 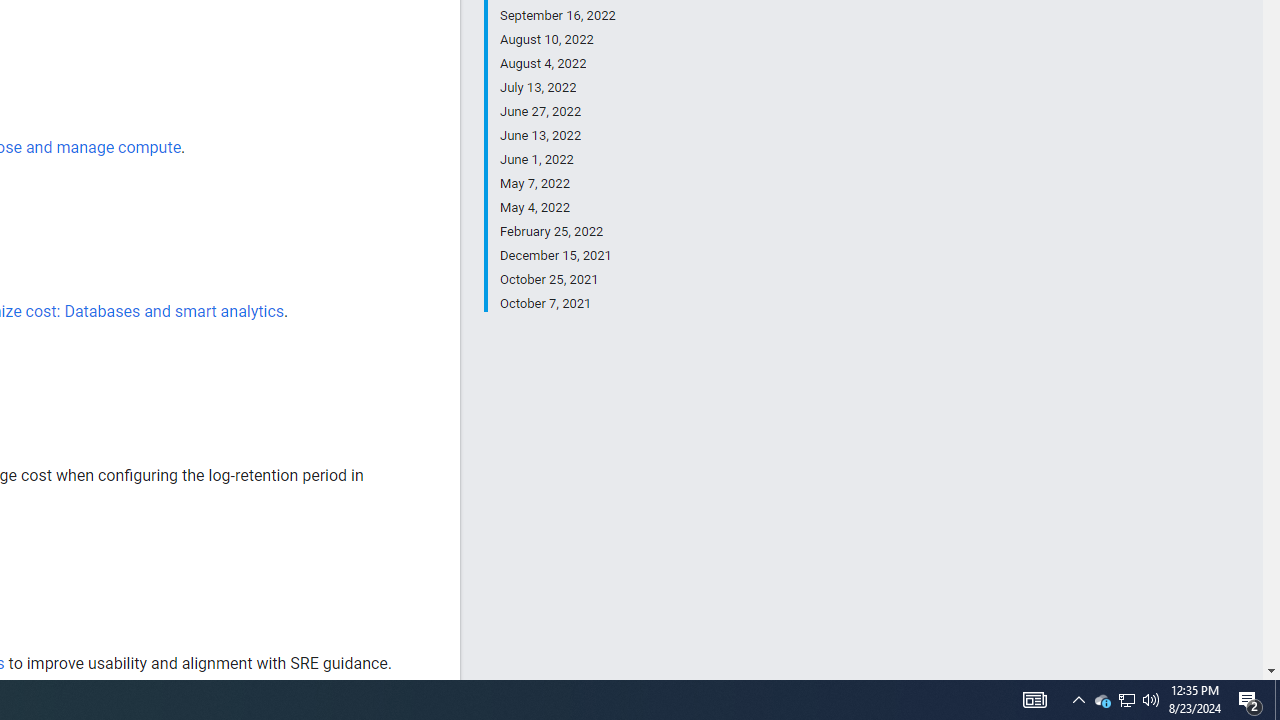 I want to click on 'December 15, 2021', so click(x=557, y=254).